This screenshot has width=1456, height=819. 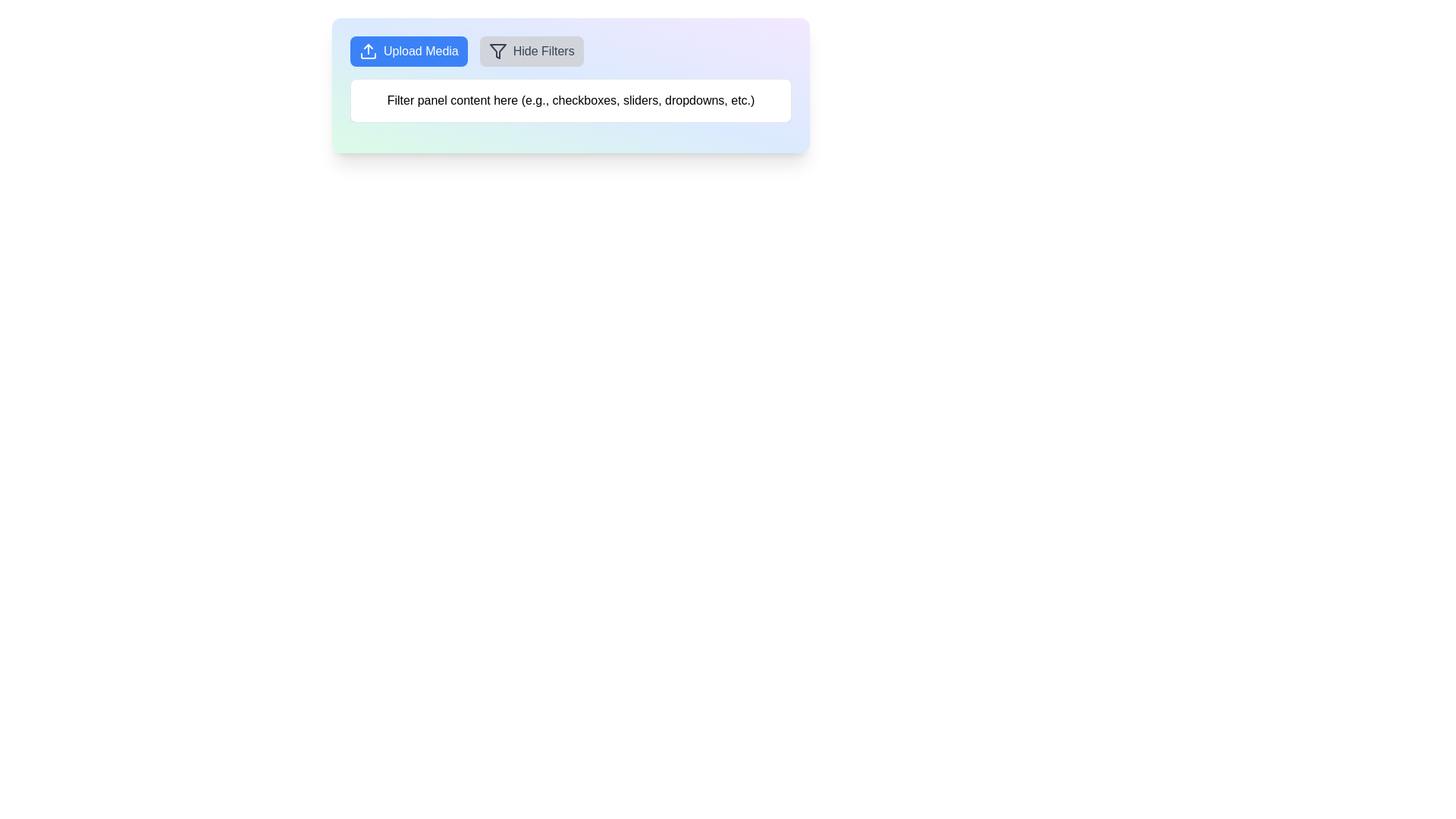 What do you see at coordinates (532, 51) in the screenshot?
I see `the 'Hide Filters' button, which features a light gray background, rounded edges, and contains a funnel icon followed by the text 'Hide Filters'` at bounding box center [532, 51].